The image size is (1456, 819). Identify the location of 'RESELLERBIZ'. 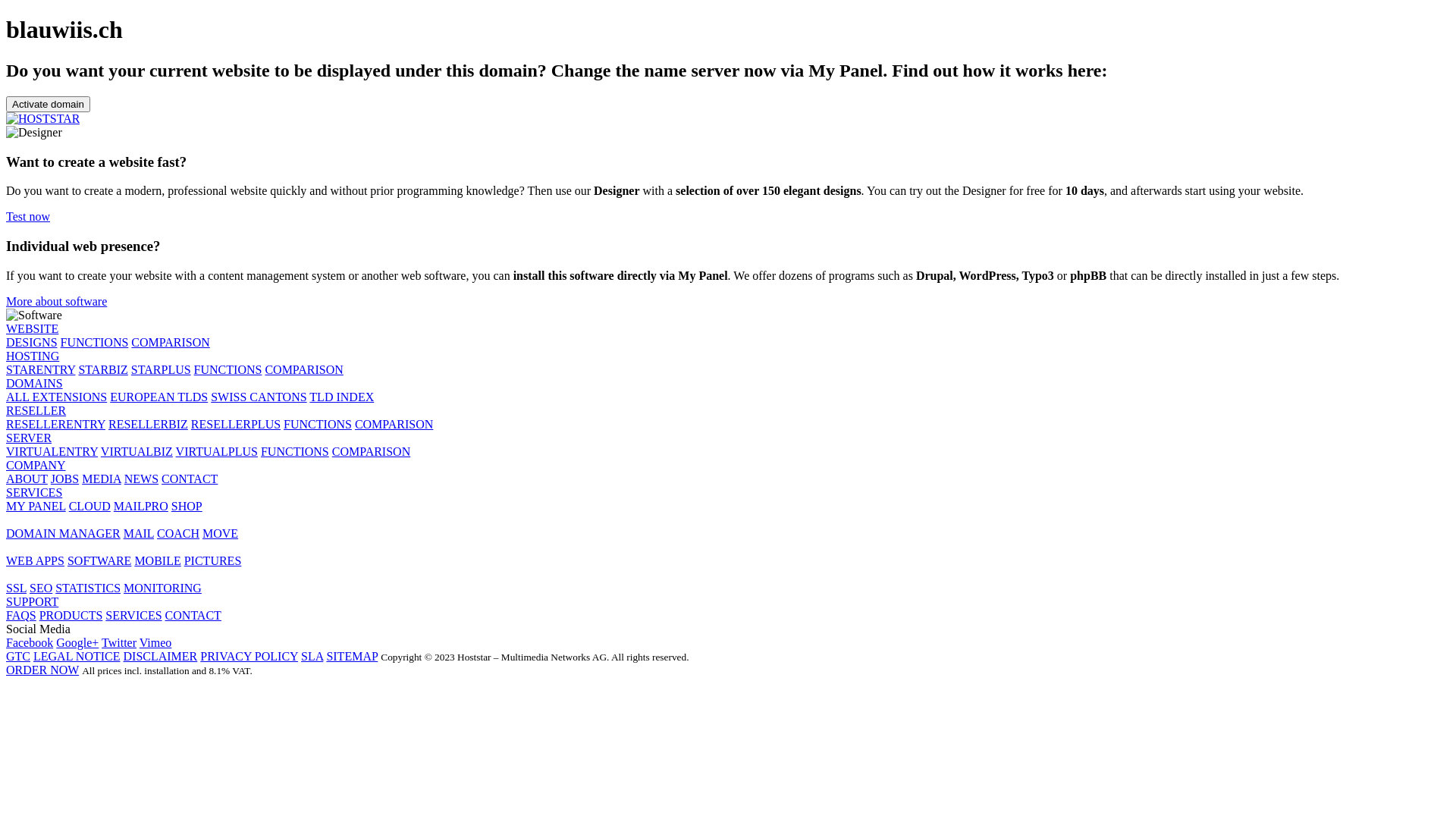
(108, 424).